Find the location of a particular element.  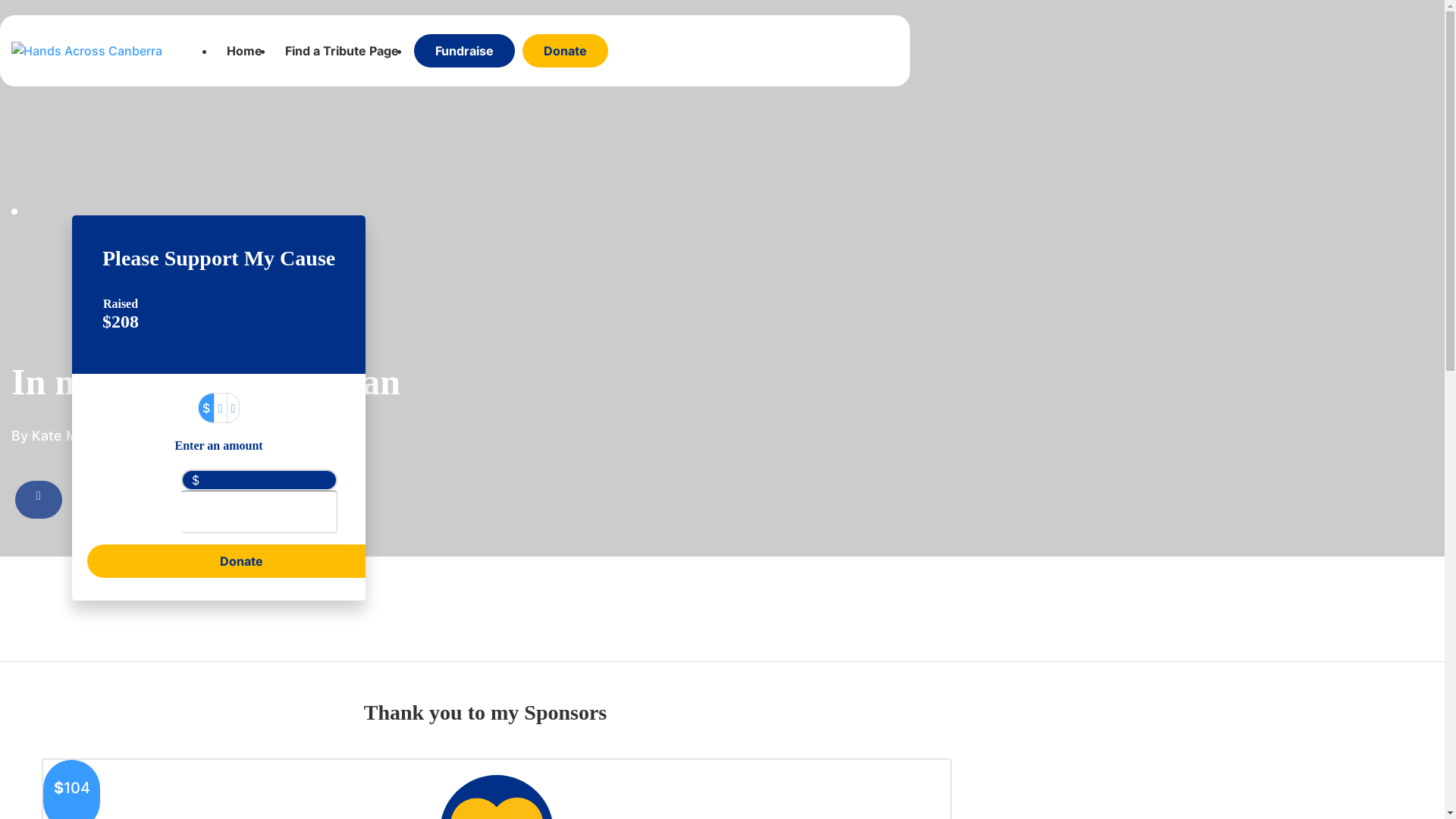

'Find a Tribute Page' is located at coordinates (341, 49).